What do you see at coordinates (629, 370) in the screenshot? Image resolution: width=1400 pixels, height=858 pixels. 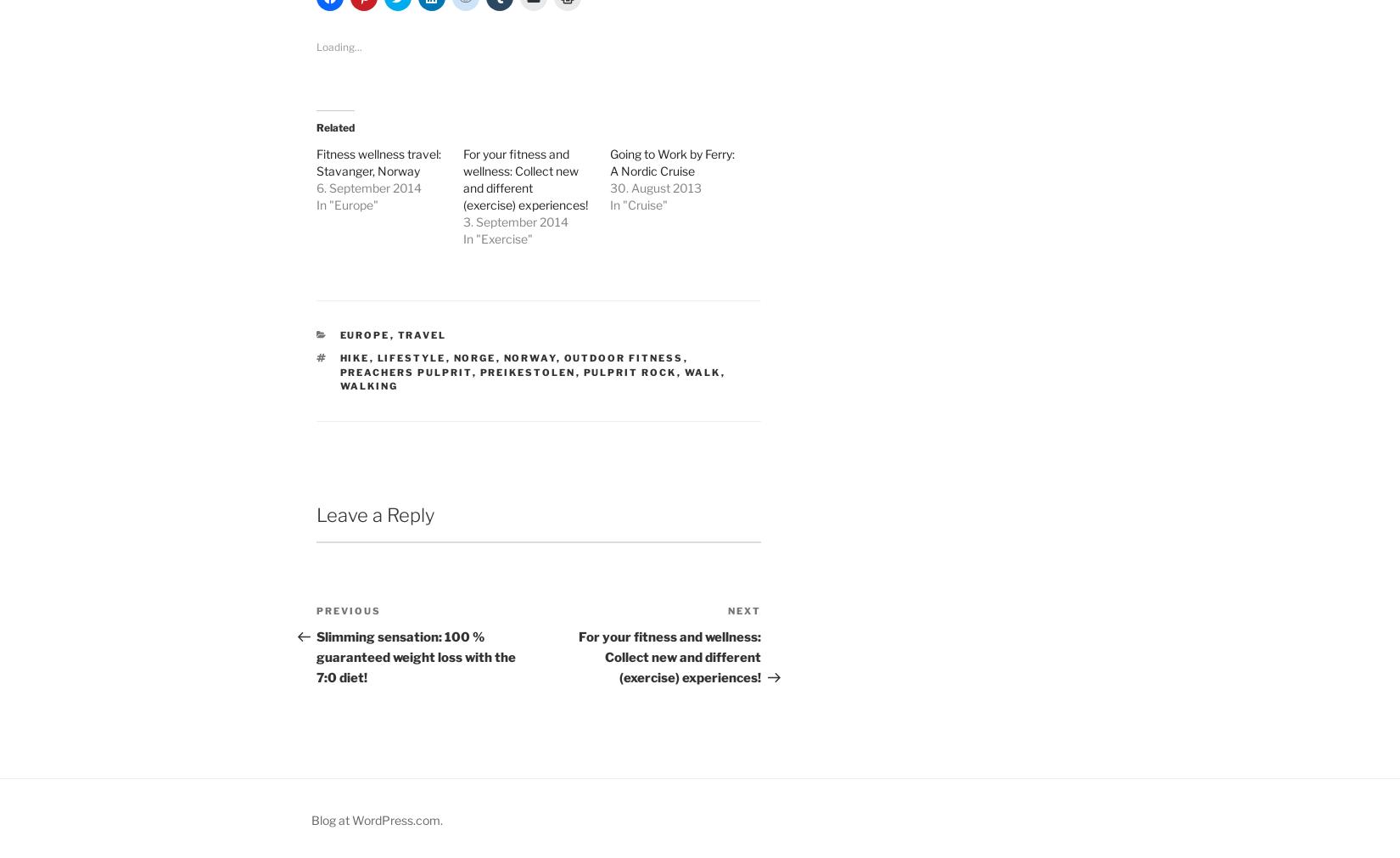 I see `'Pulprit Rock'` at bounding box center [629, 370].